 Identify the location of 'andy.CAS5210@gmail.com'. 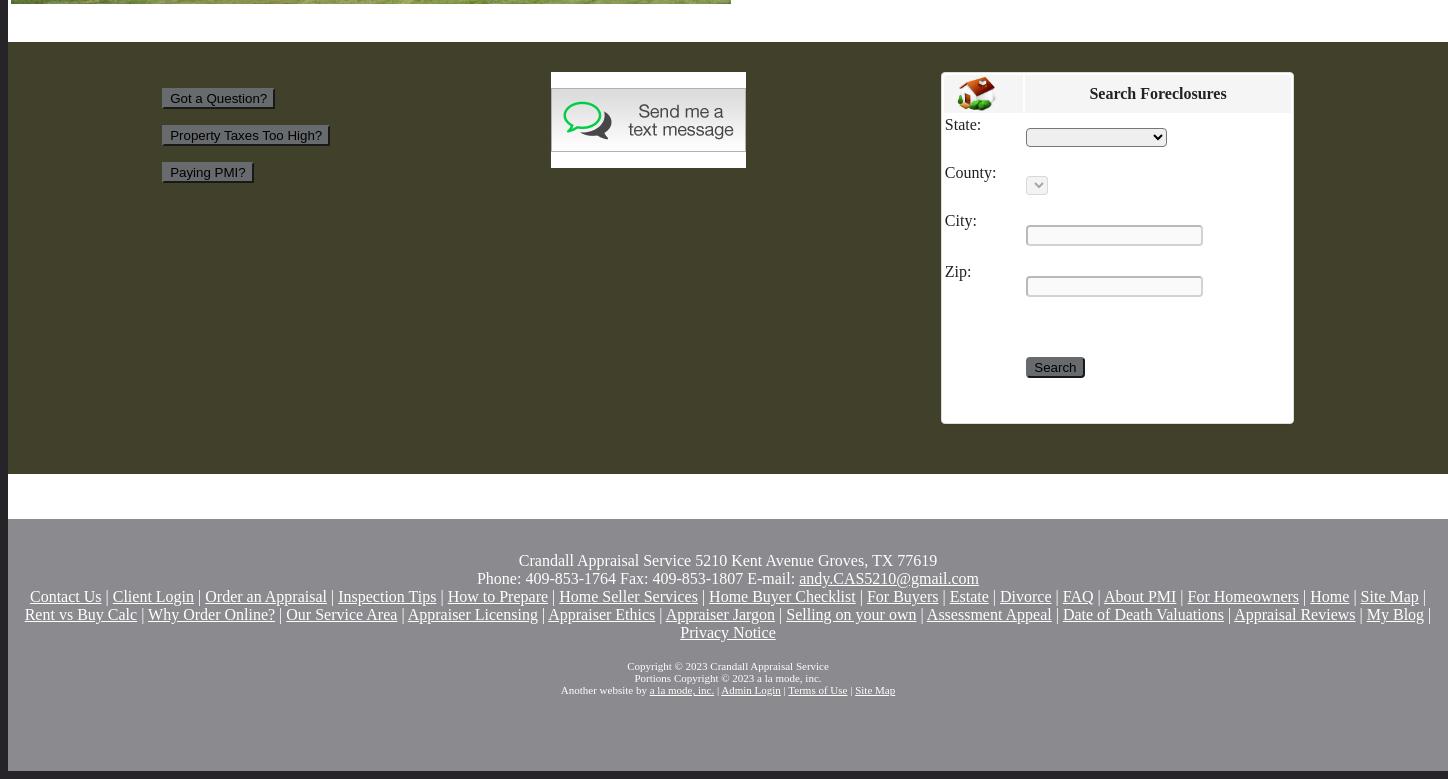
(888, 577).